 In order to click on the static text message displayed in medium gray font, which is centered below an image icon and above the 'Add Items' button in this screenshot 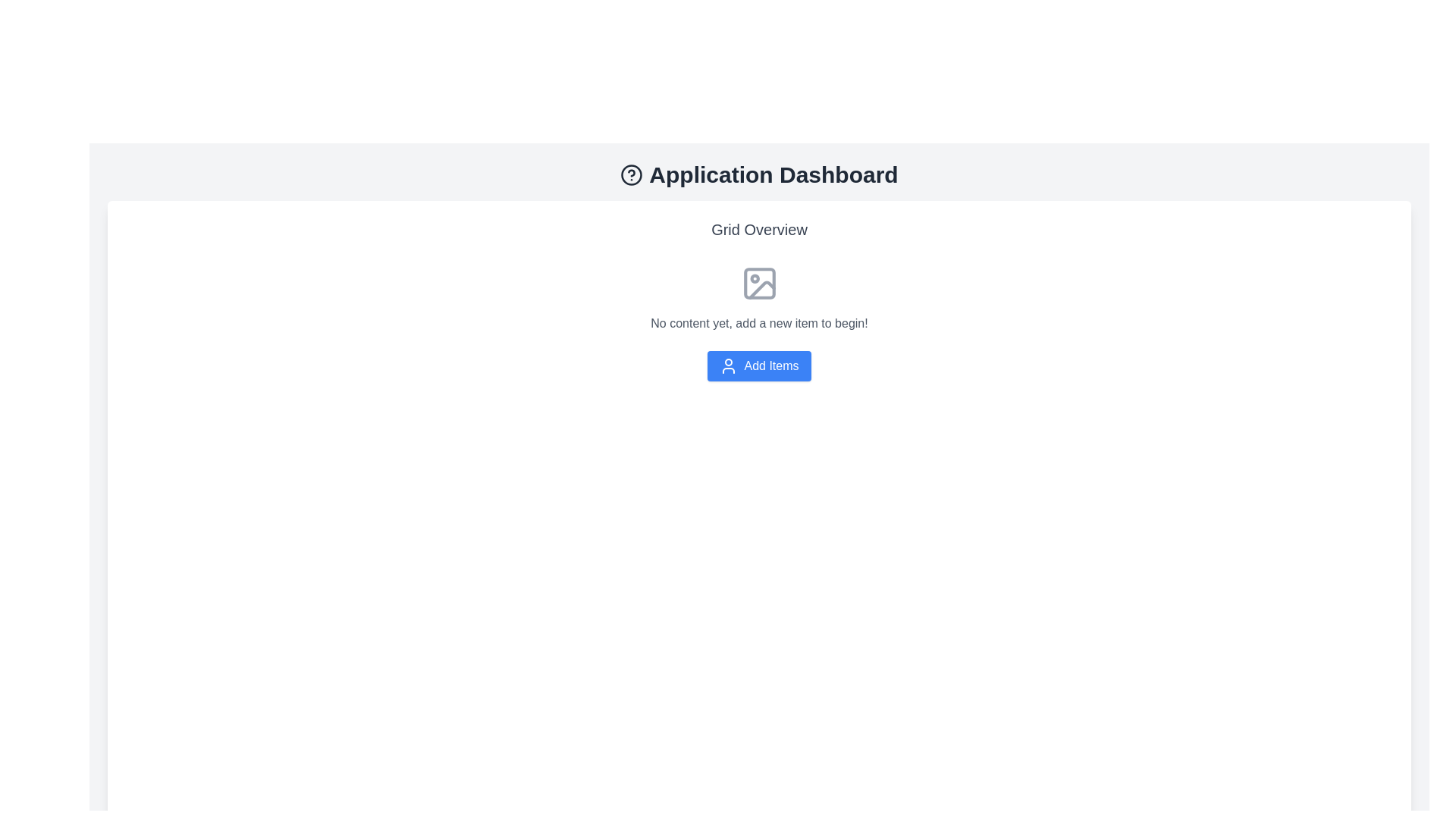, I will do `click(759, 323)`.